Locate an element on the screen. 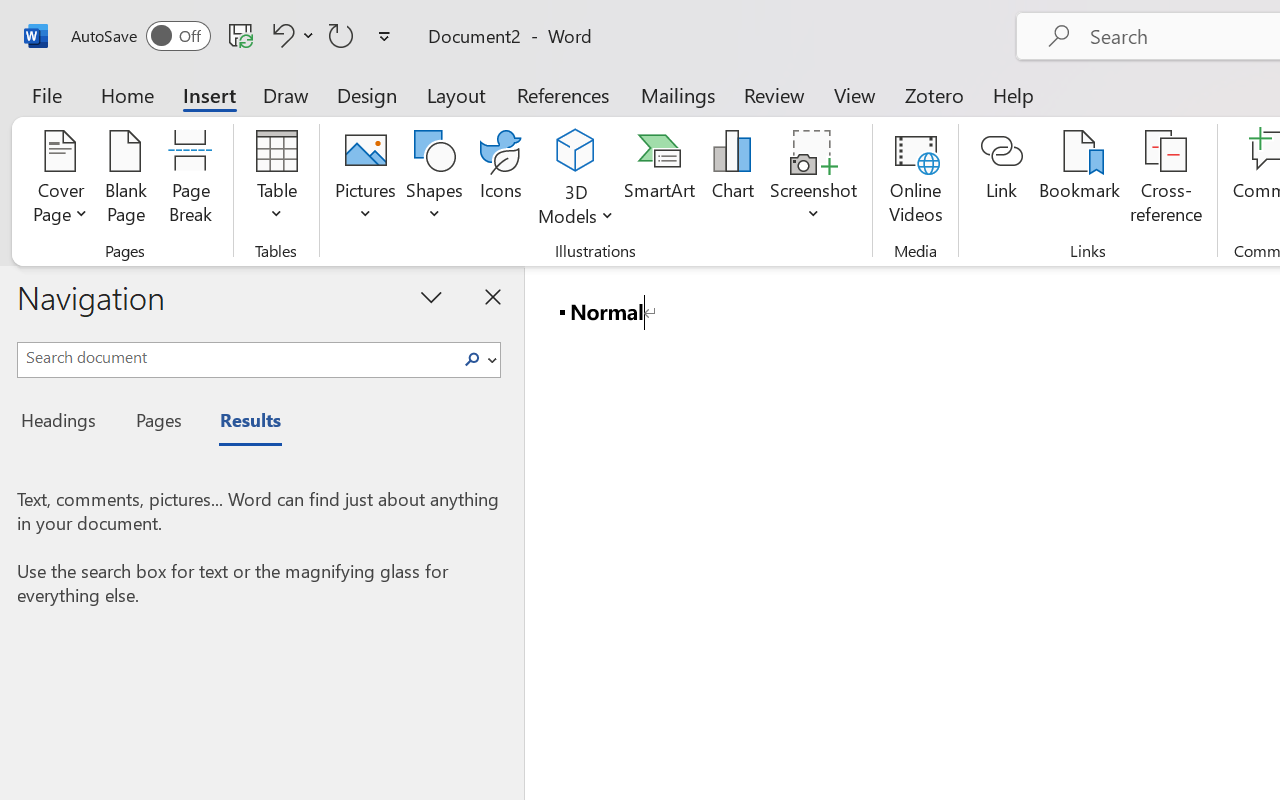 This screenshot has width=1280, height=800. 'References' is located at coordinates (562, 94).